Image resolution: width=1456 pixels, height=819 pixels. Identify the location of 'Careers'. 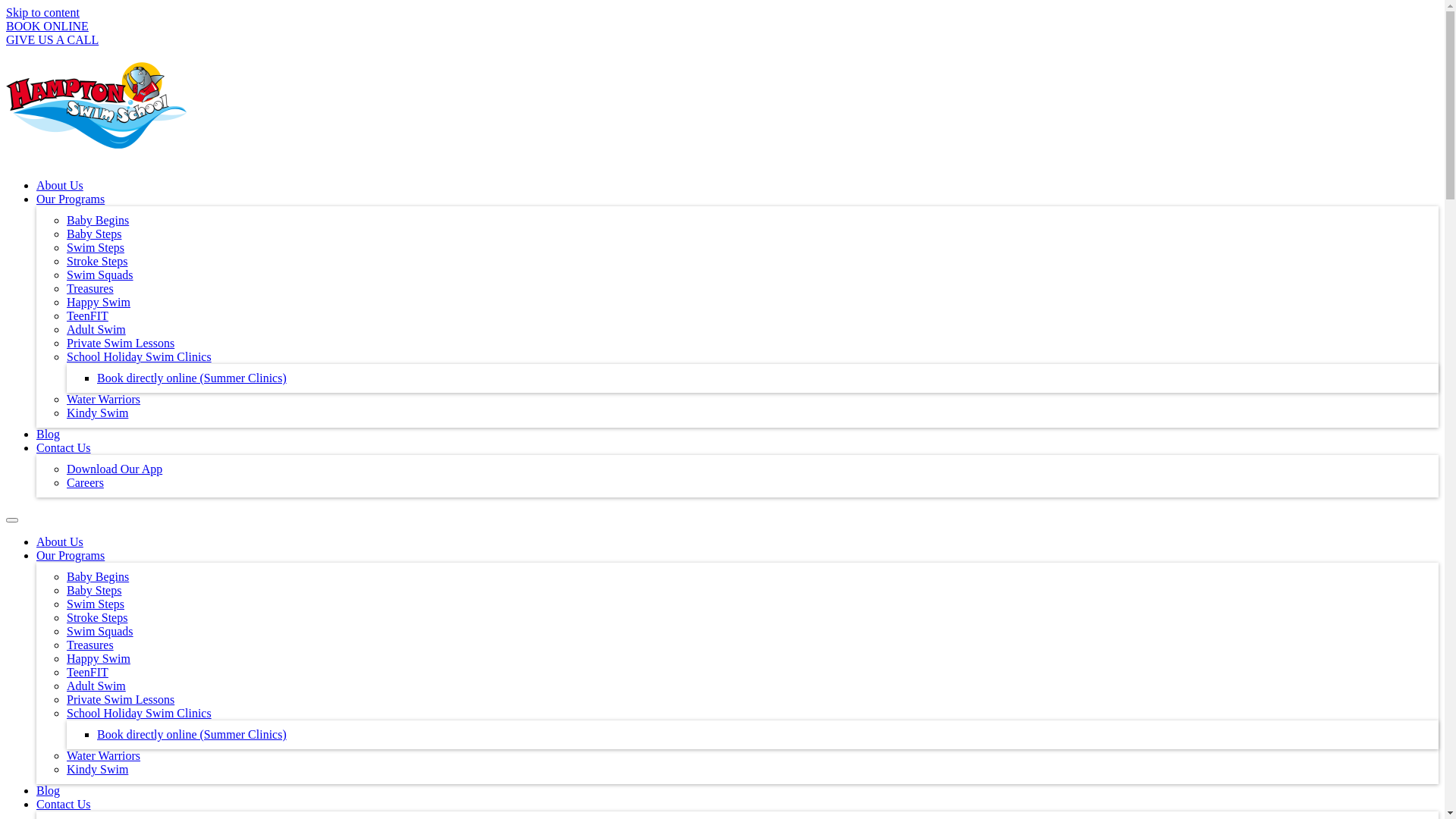
(65, 482).